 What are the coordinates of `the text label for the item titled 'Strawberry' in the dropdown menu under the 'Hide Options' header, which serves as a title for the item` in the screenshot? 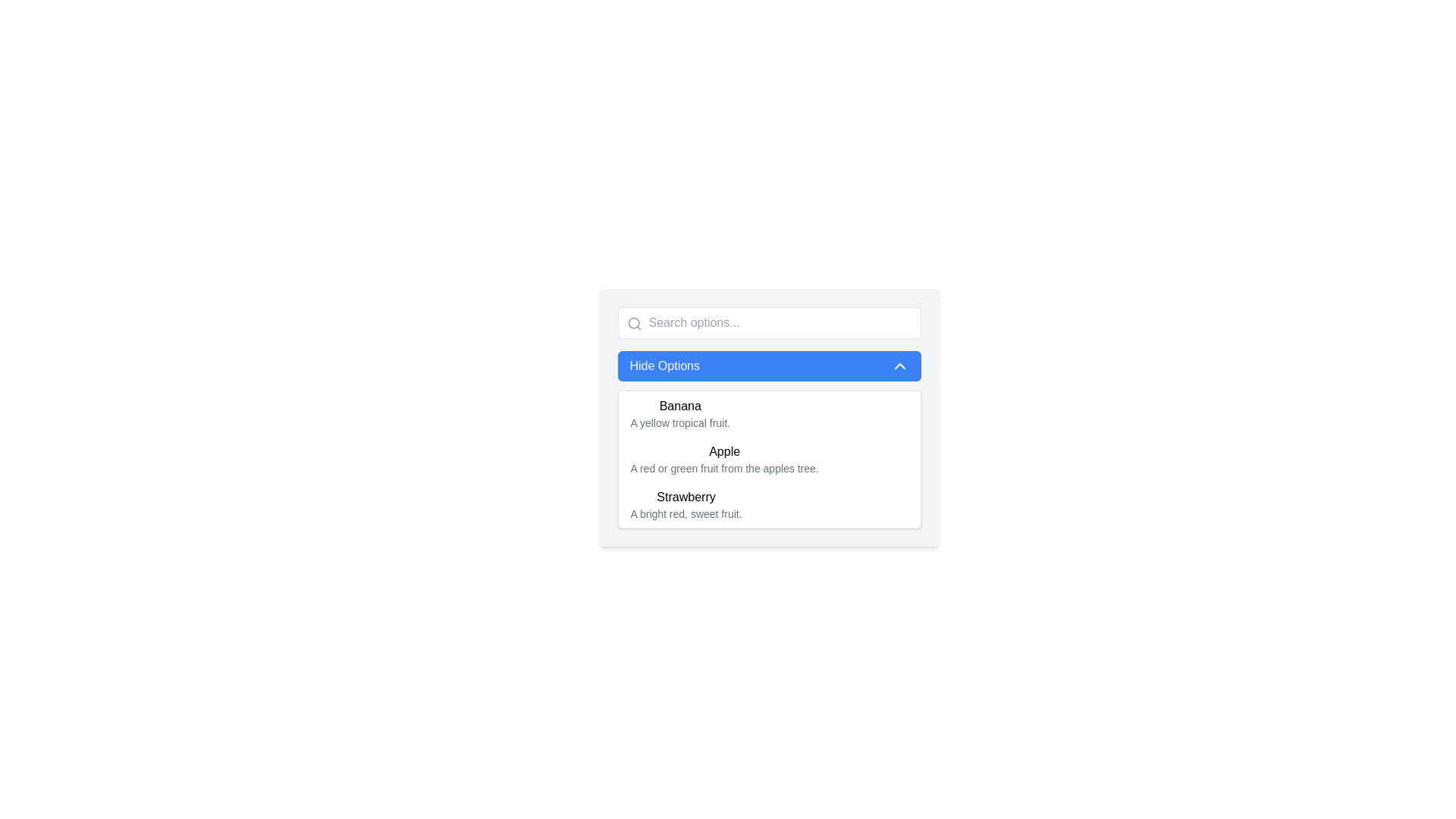 It's located at (686, 497).